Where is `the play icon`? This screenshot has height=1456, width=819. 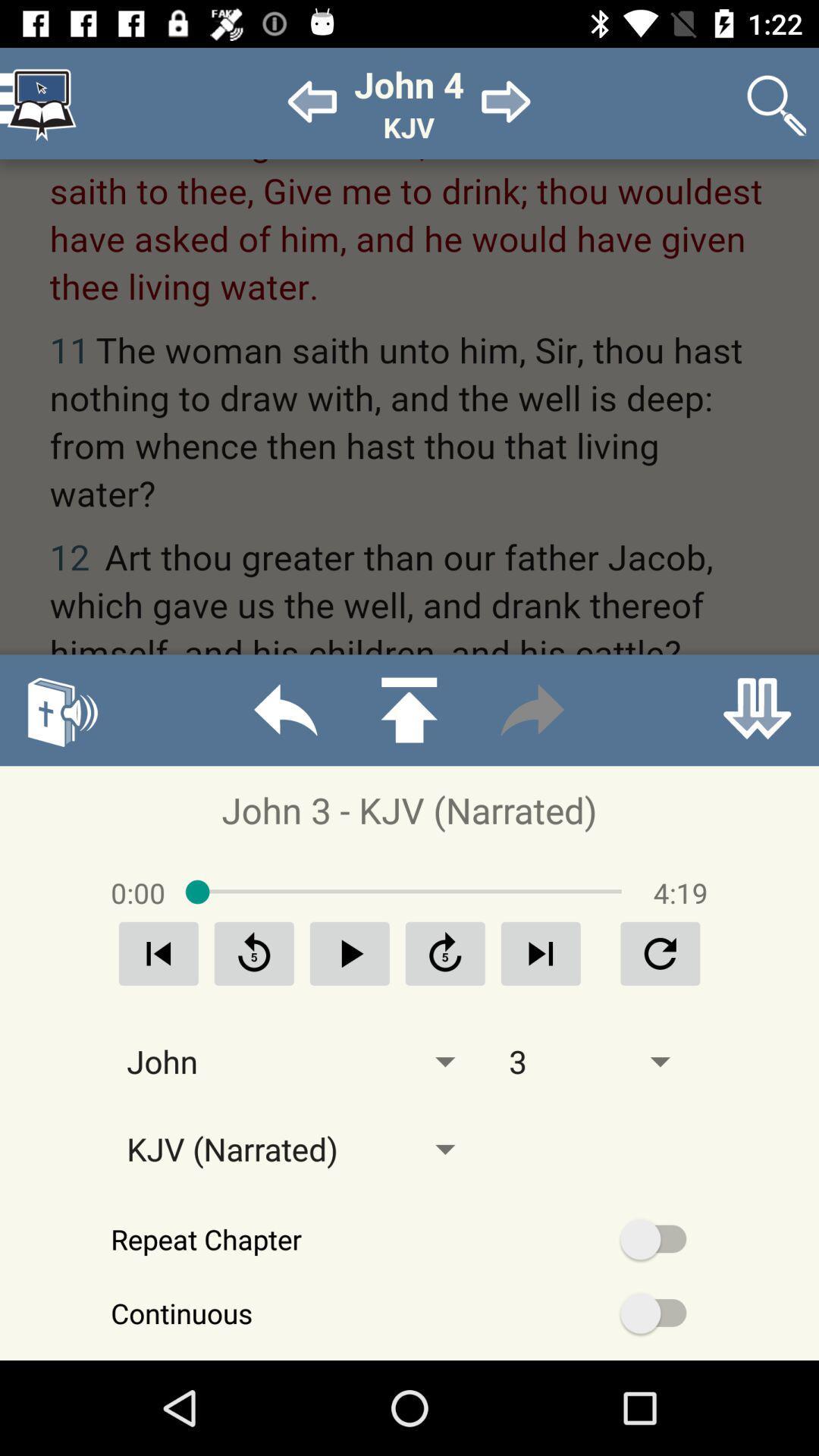
the play icon is located at coordinates (350, 952).